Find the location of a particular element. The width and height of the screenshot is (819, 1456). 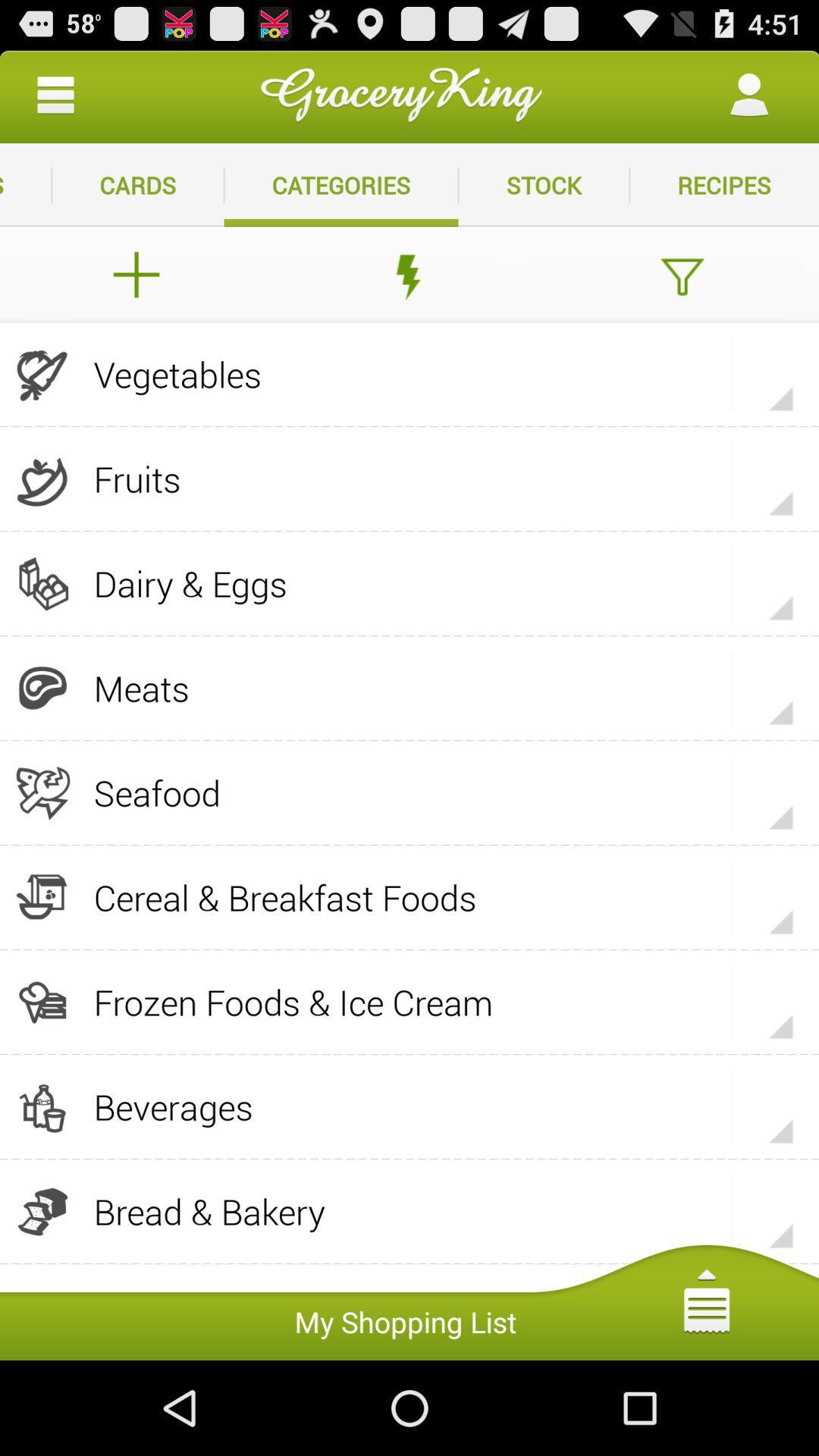

the font icon is located at coordinates (681, 293).